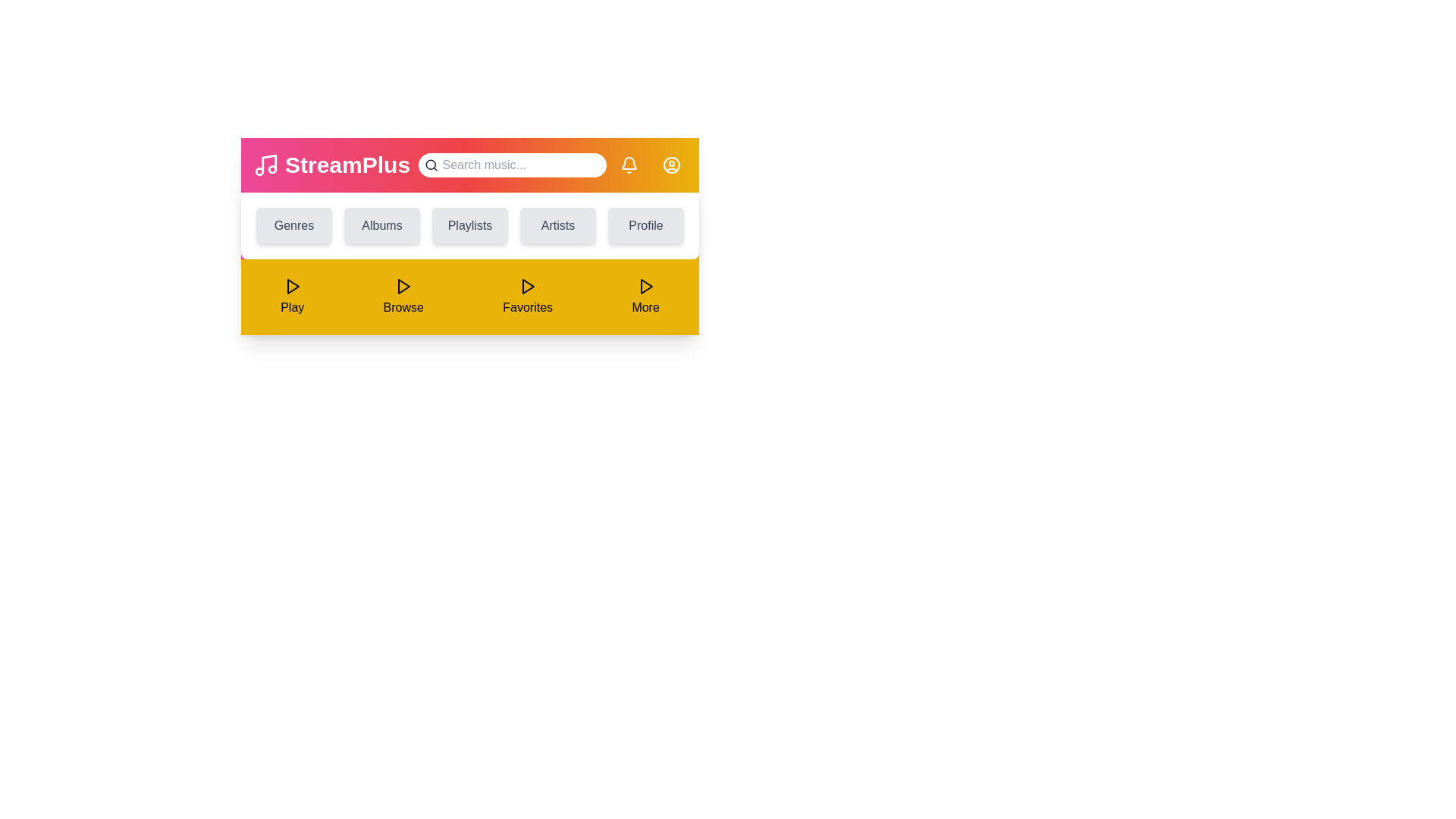 The width and height of the screenshot is (1456, 819). I want to click on 'Play' button in the footer to play music, so click(291, 297).